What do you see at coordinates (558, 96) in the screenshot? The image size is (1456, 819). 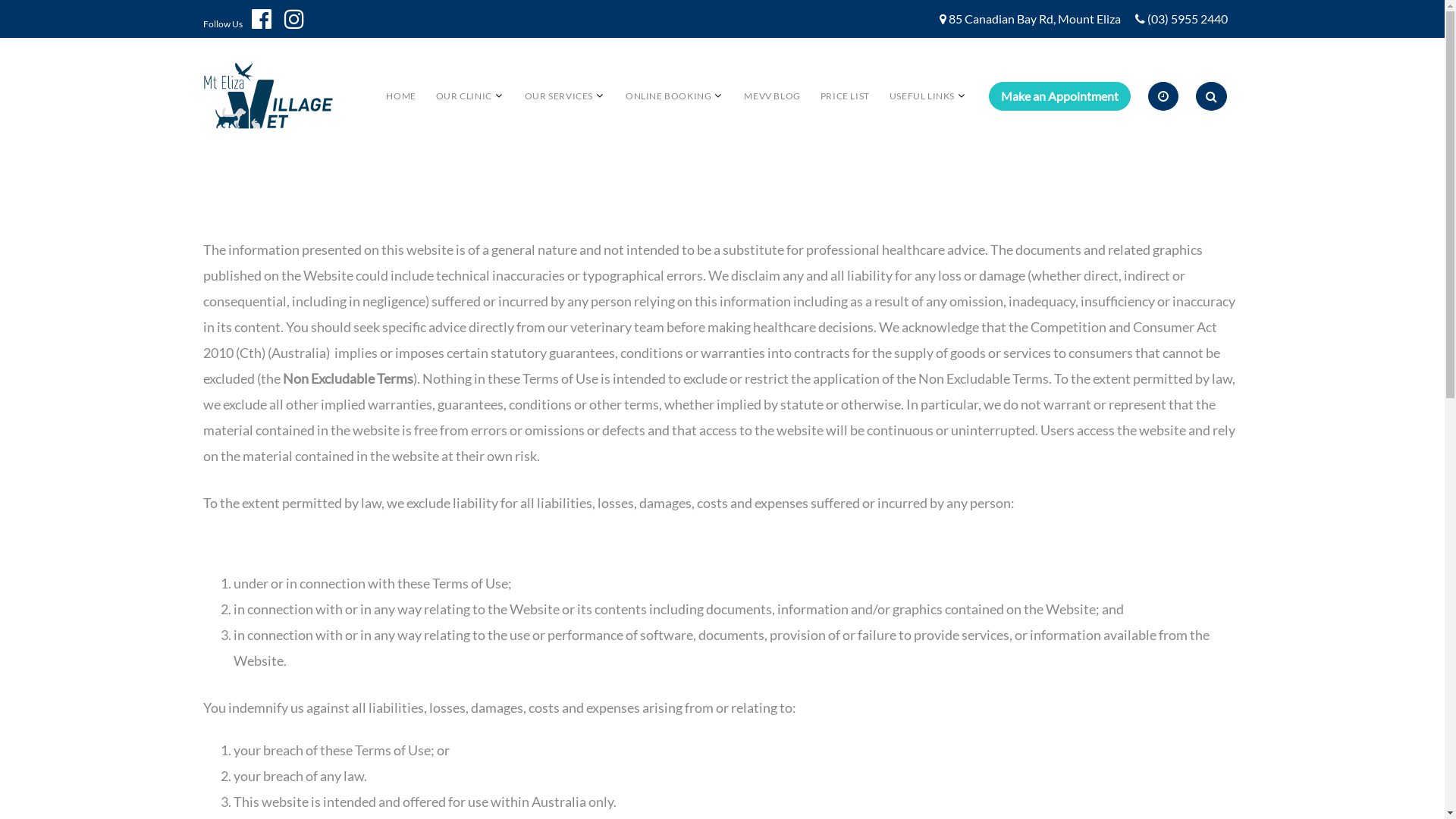 I see `'OUR SERVICES'` at bounding box center [558, 96].